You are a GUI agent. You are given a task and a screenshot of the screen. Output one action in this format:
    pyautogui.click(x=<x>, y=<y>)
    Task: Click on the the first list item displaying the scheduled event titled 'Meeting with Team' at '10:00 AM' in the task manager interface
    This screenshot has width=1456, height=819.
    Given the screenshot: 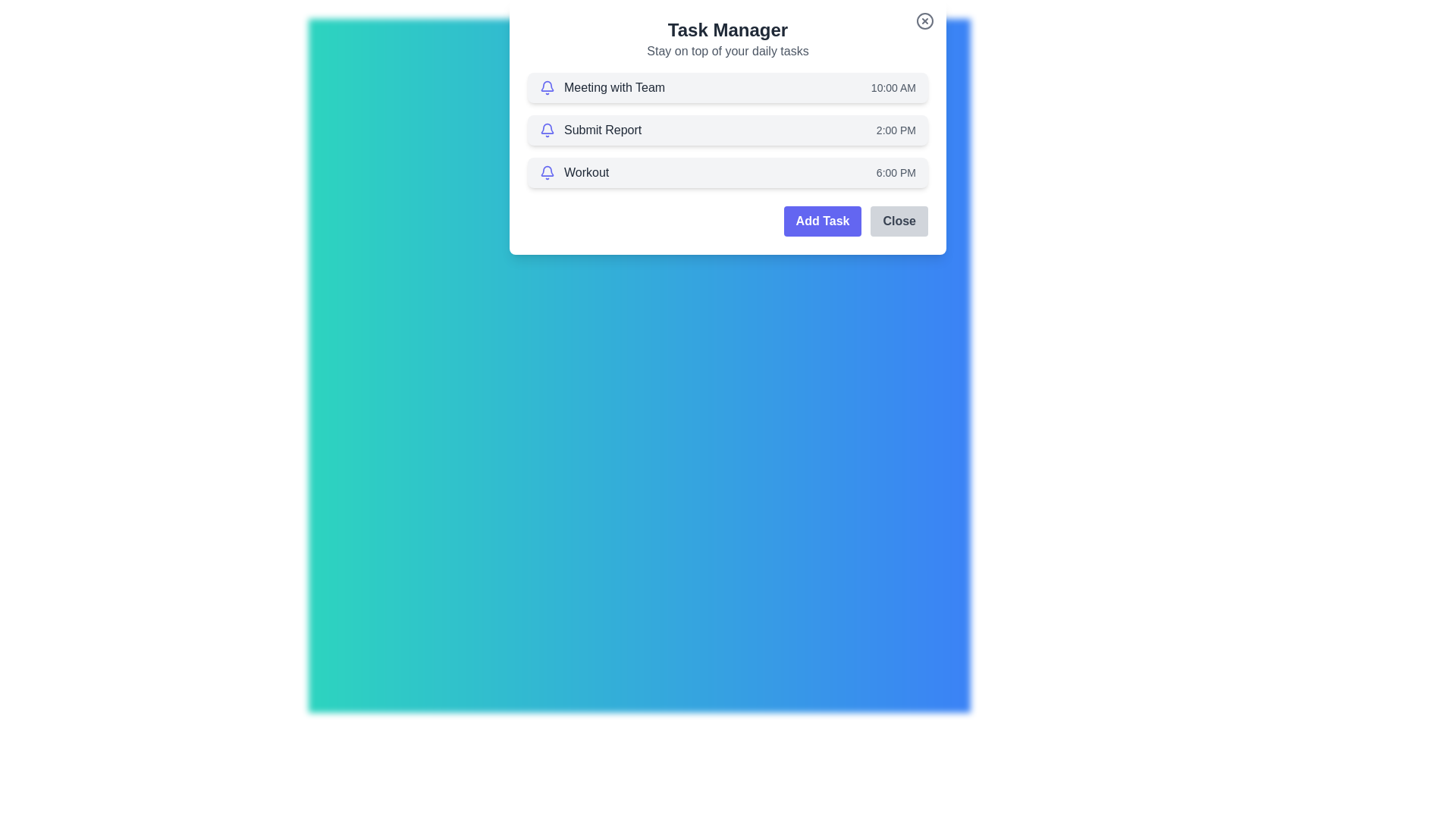 What is the action you would take?
    pyautogui.click(x=728, y=87)
    